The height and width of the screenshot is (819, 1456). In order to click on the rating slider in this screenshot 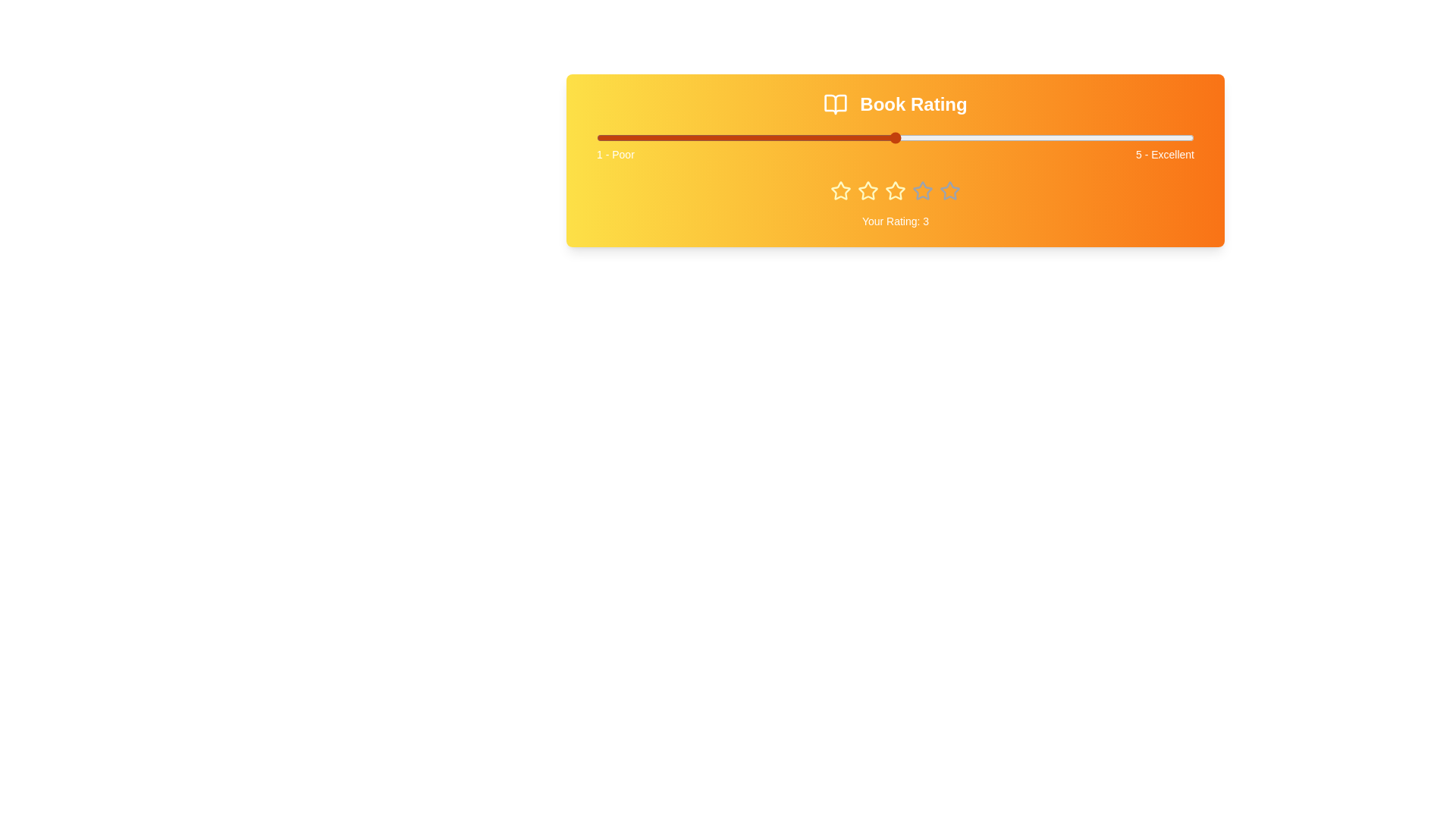, I will do `click(895, 137)`.